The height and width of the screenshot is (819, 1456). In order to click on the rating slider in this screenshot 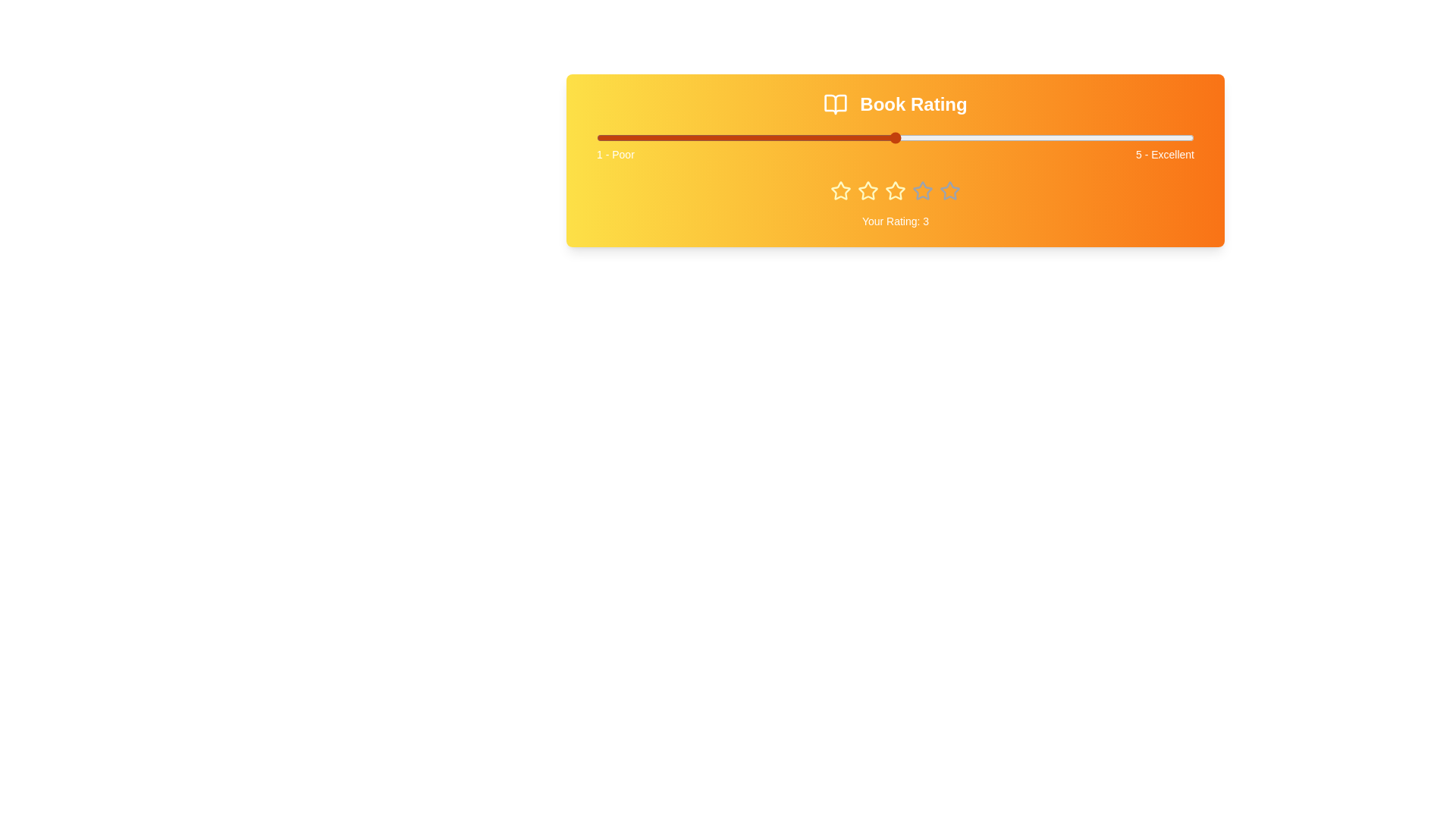, I will do `click(895, 137)`.